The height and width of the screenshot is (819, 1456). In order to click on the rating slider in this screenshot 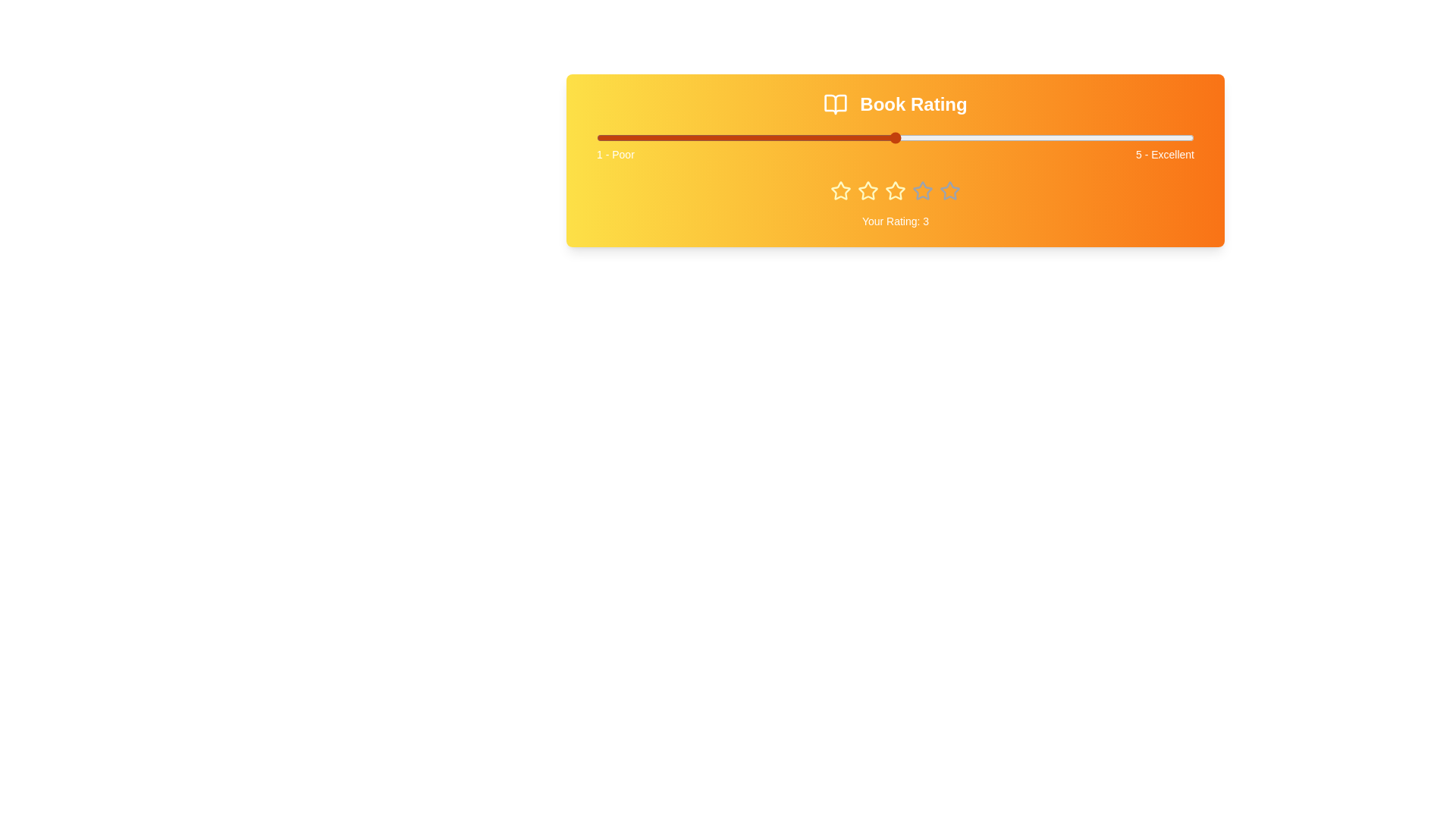, I will do `click(895, 137)`.